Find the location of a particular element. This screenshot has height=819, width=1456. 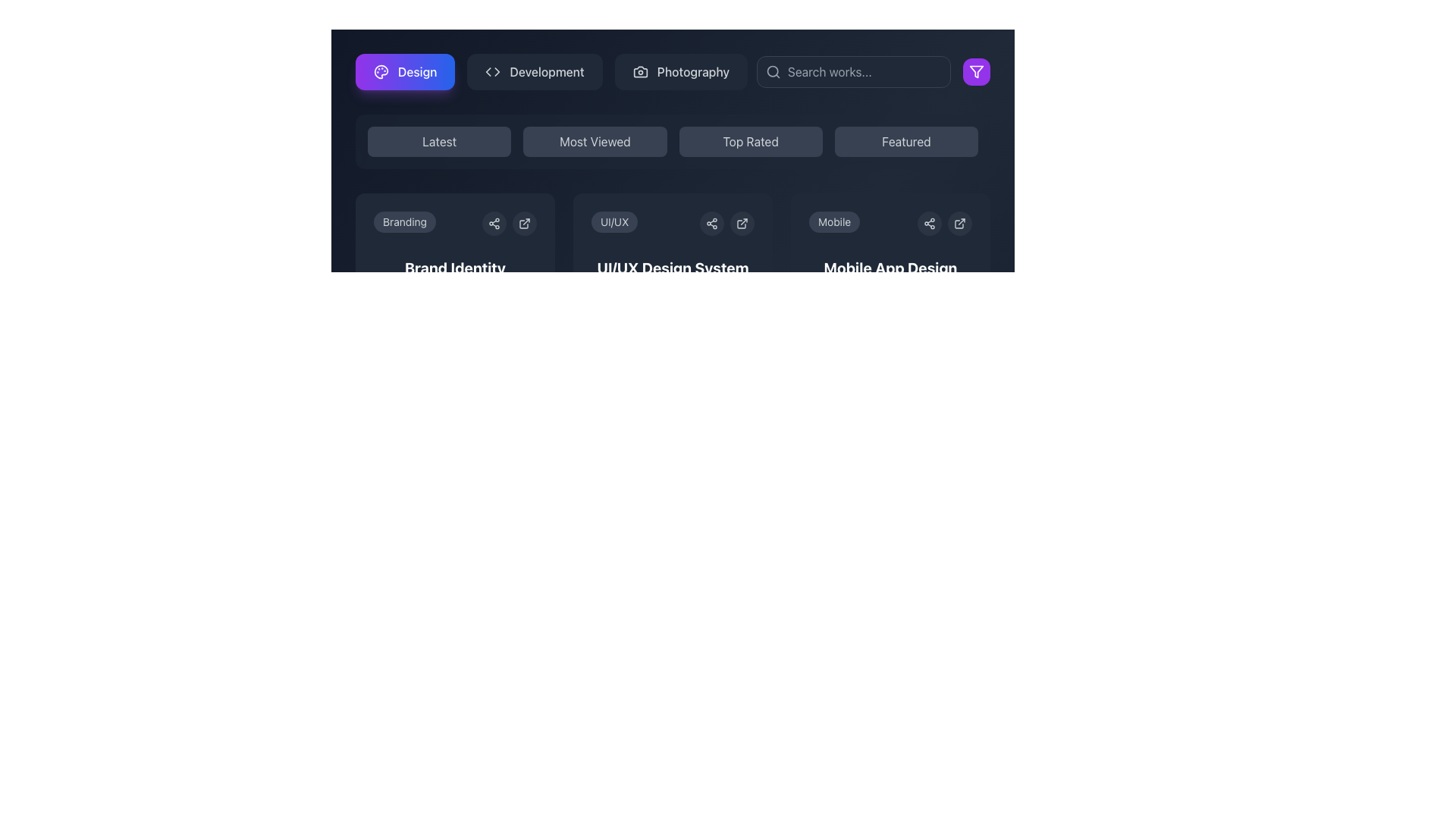

the sharing button located in the top-center section of the tile concerning 'UI/UX Design System' to initiate a sharing action is located at coordinates (711, 223).